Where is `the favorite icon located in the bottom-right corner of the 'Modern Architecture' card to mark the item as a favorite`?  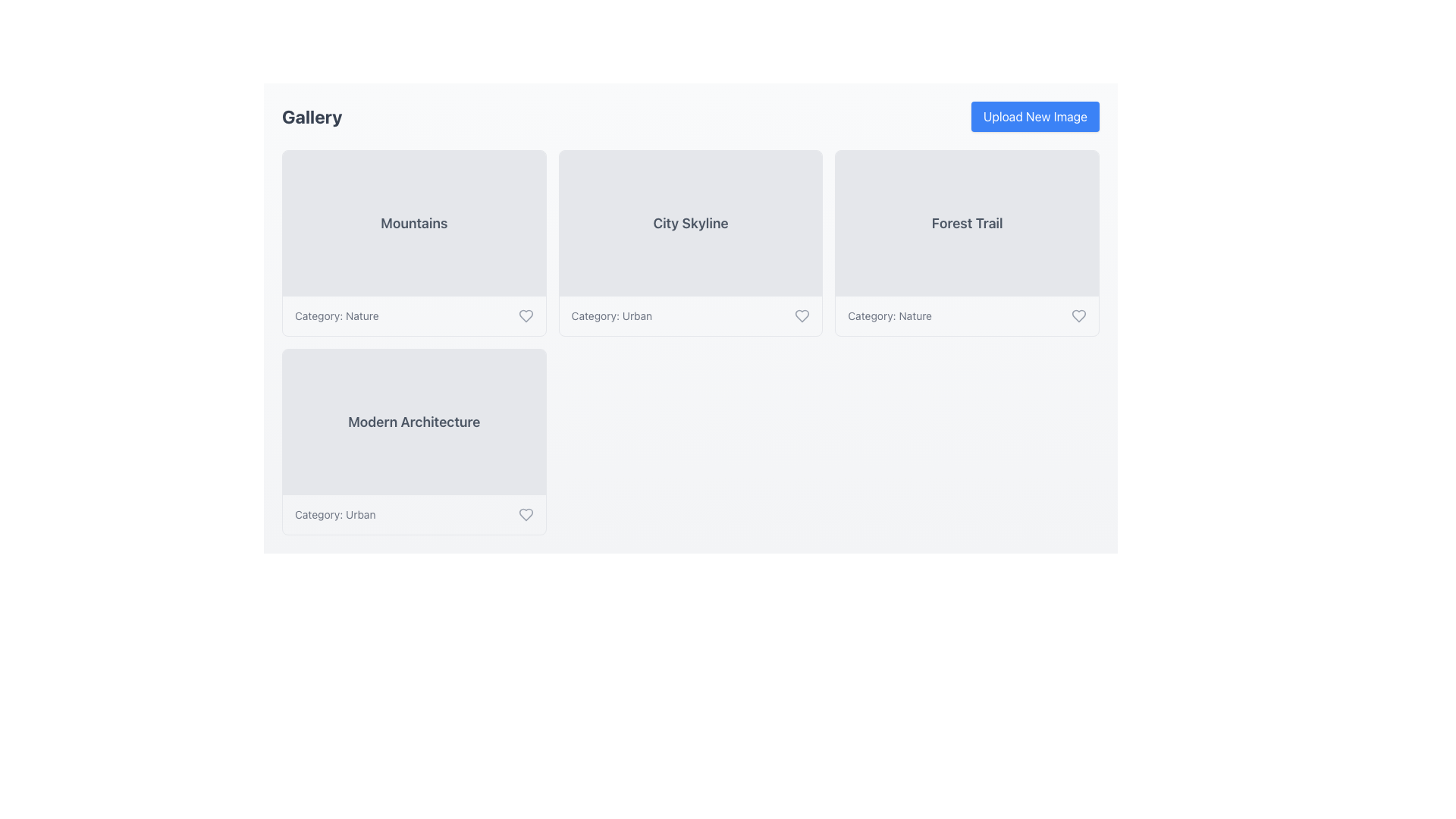 the favorite icon located in the bottom-right corner of the 'Modern Architecture' card to mark the item as a favorite is located at coordinates (526, 513).